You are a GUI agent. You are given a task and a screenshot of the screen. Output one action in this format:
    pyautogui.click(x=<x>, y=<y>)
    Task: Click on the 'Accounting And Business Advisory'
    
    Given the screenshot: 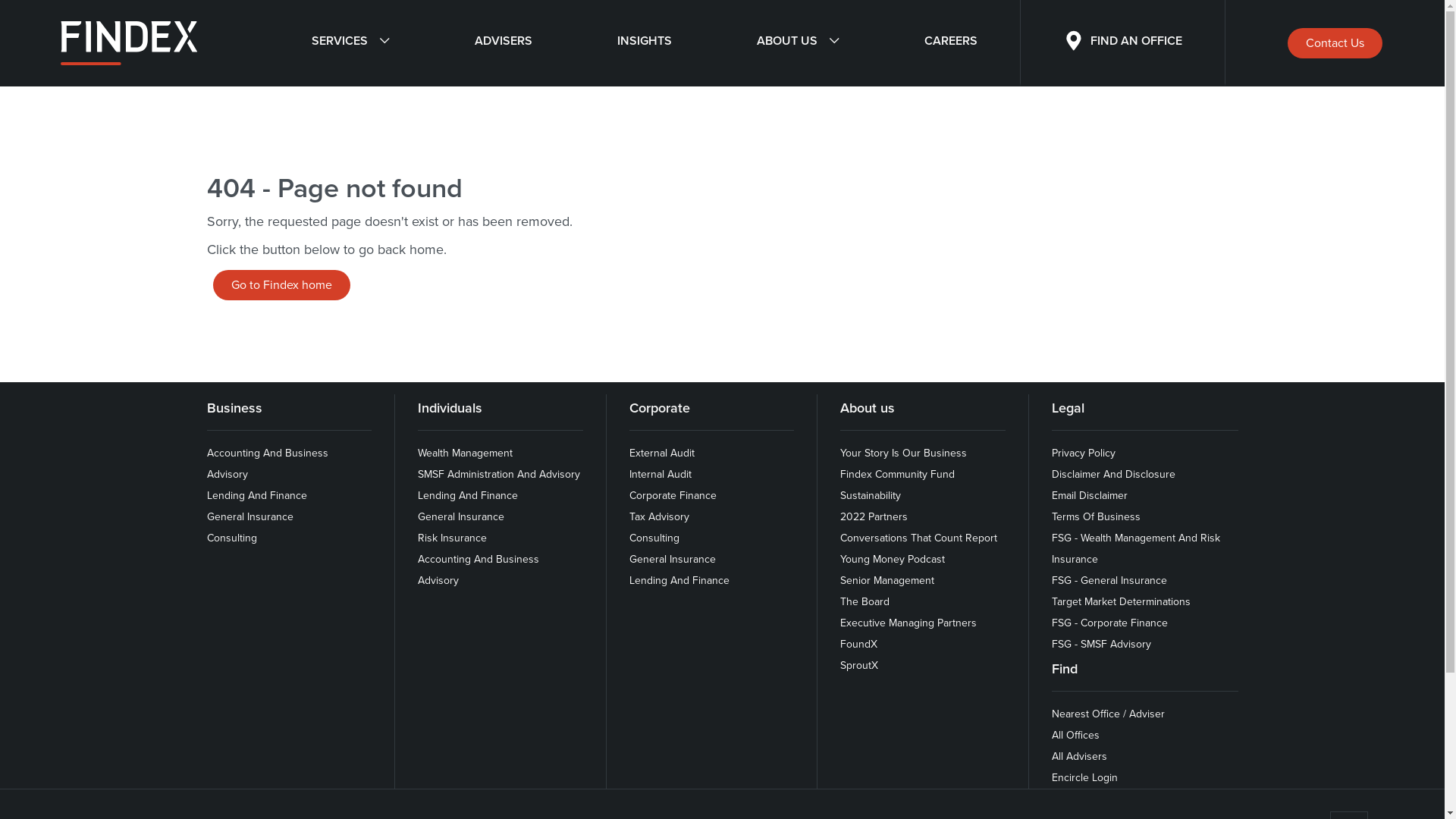 What is the action you would take?
    pyautogui.click(x=418, y=570)
    